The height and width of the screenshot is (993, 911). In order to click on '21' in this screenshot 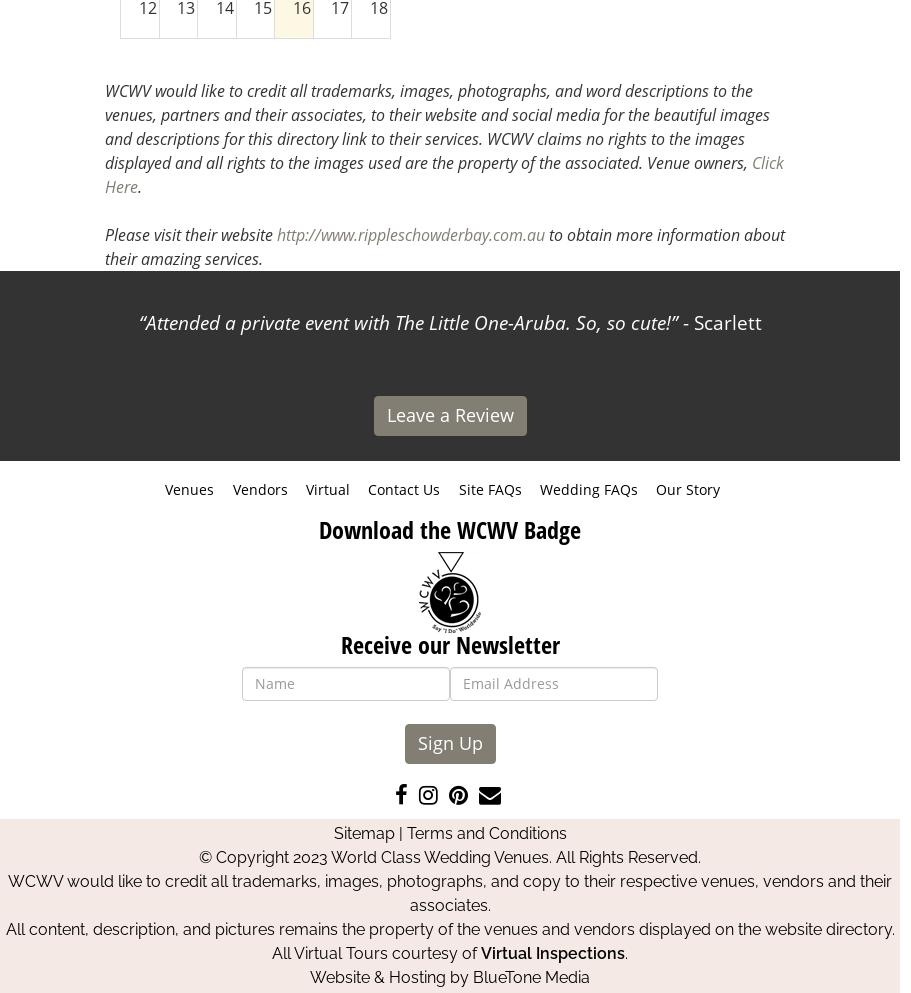, I will do `click(224, 71)`.